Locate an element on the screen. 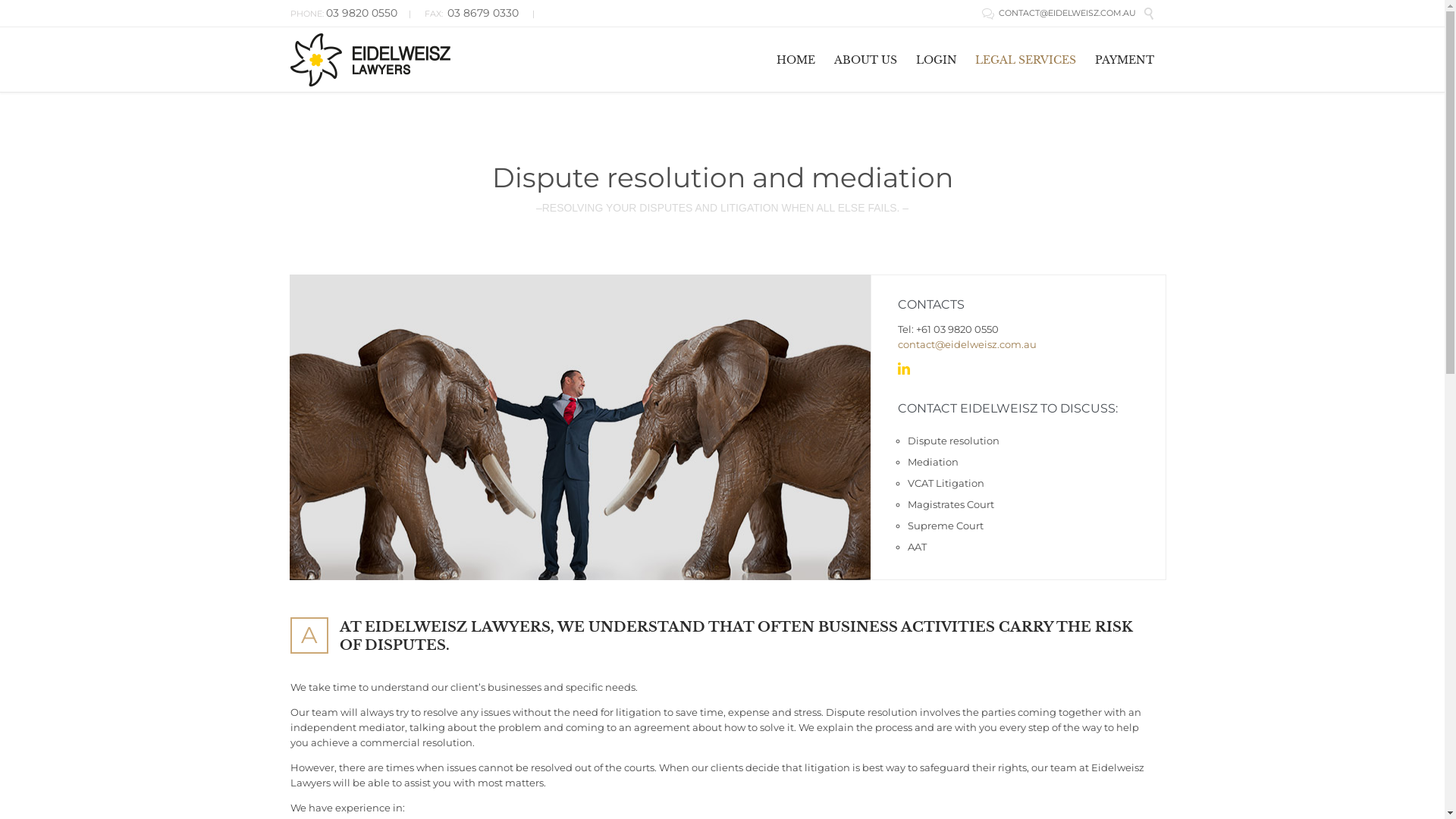 The width and height of the screenshot is (1456, 819). 'LEGAL SERVICES' is located at coordinates (1026, 58).